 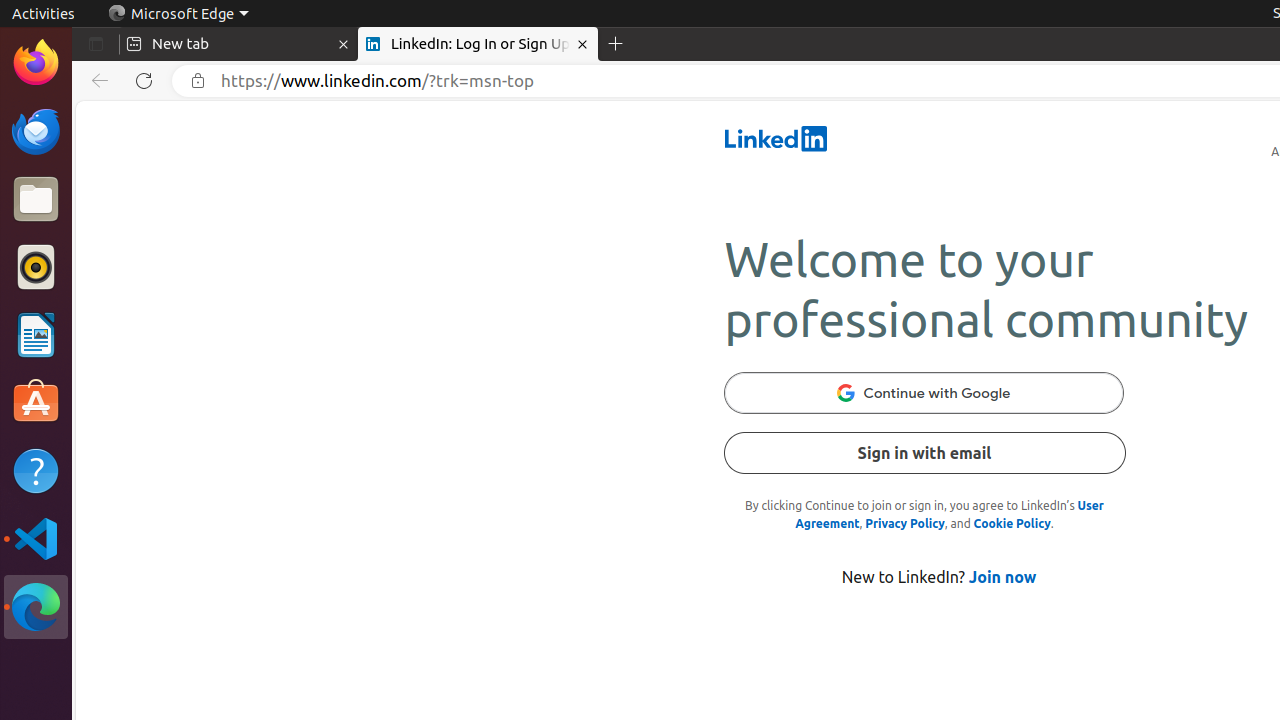 What do you see at coordinates (903, 522) in the screenshot?
I see `'Privacy Policy'` at bounding box center [903, 522].